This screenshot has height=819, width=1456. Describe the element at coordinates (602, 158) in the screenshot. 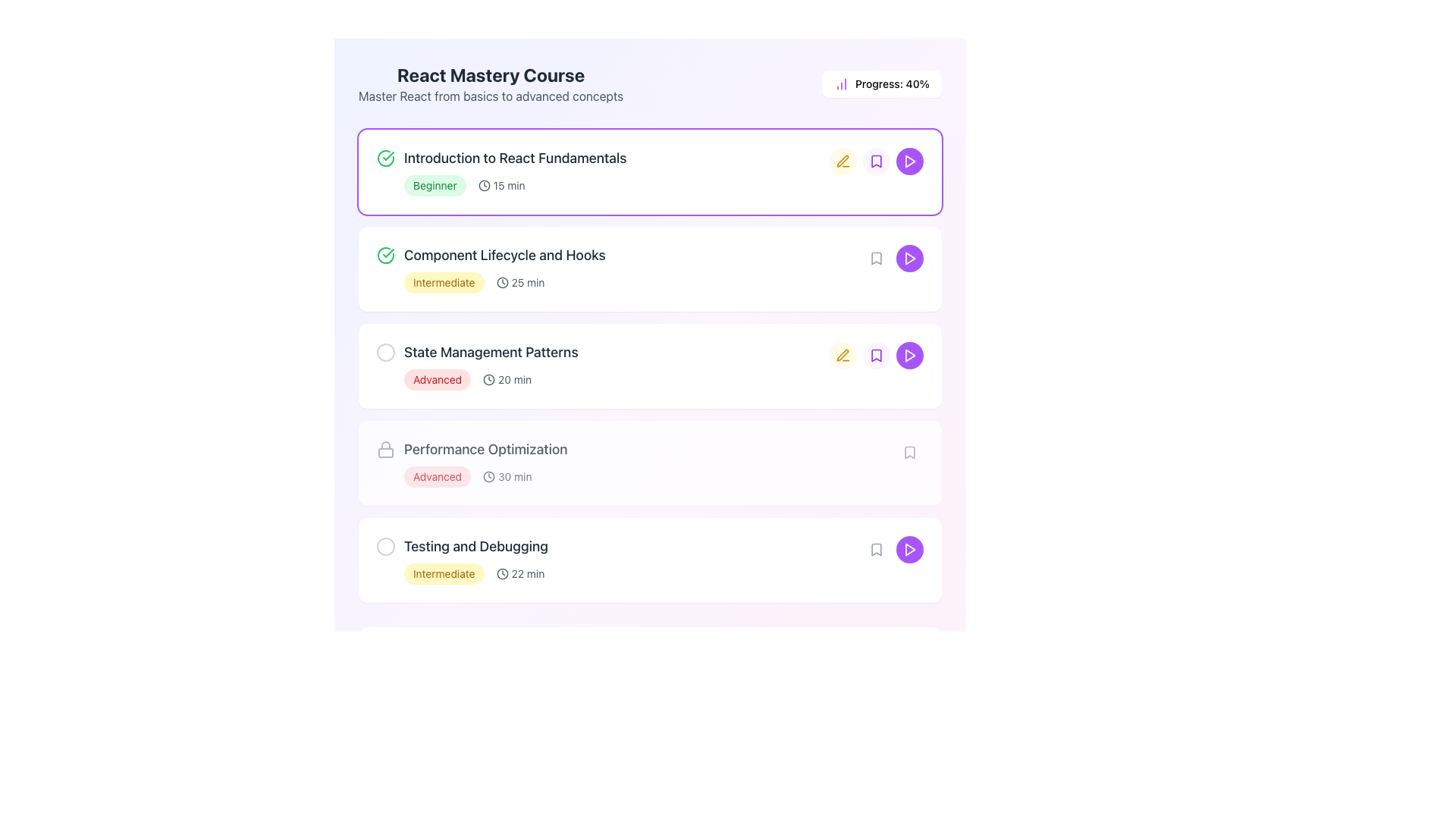

I see `the Text Label that displays the title of a course or lesson, located at the top of the list under the course overview header` at that location.